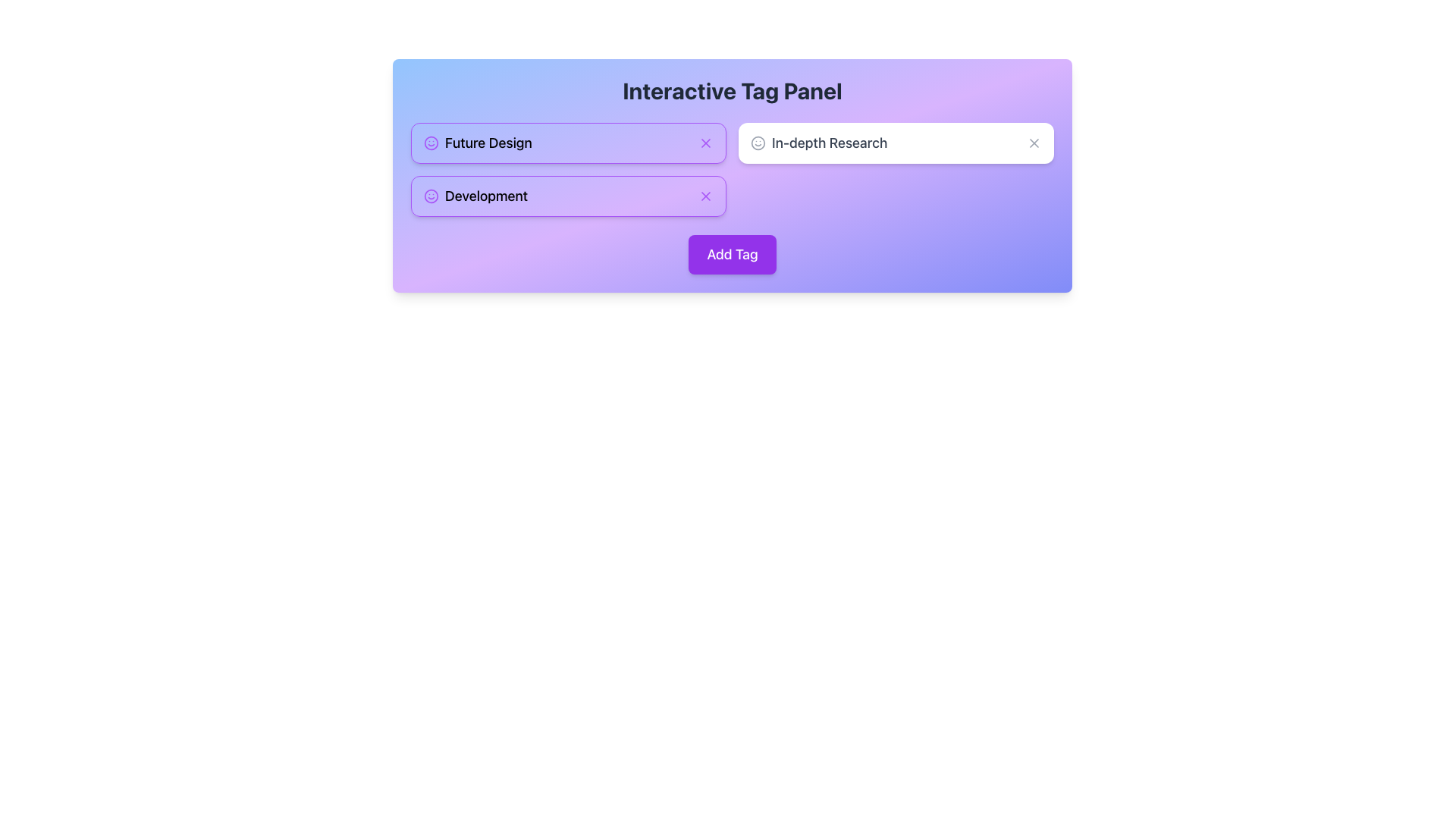  What do you see at coordinates (758, 143) in the screenshot?
I see `the circular icon representing a smiley face located inside the 'In-depth Research' tag on the right side of the interactive panel` at bounding box center [758, 143].